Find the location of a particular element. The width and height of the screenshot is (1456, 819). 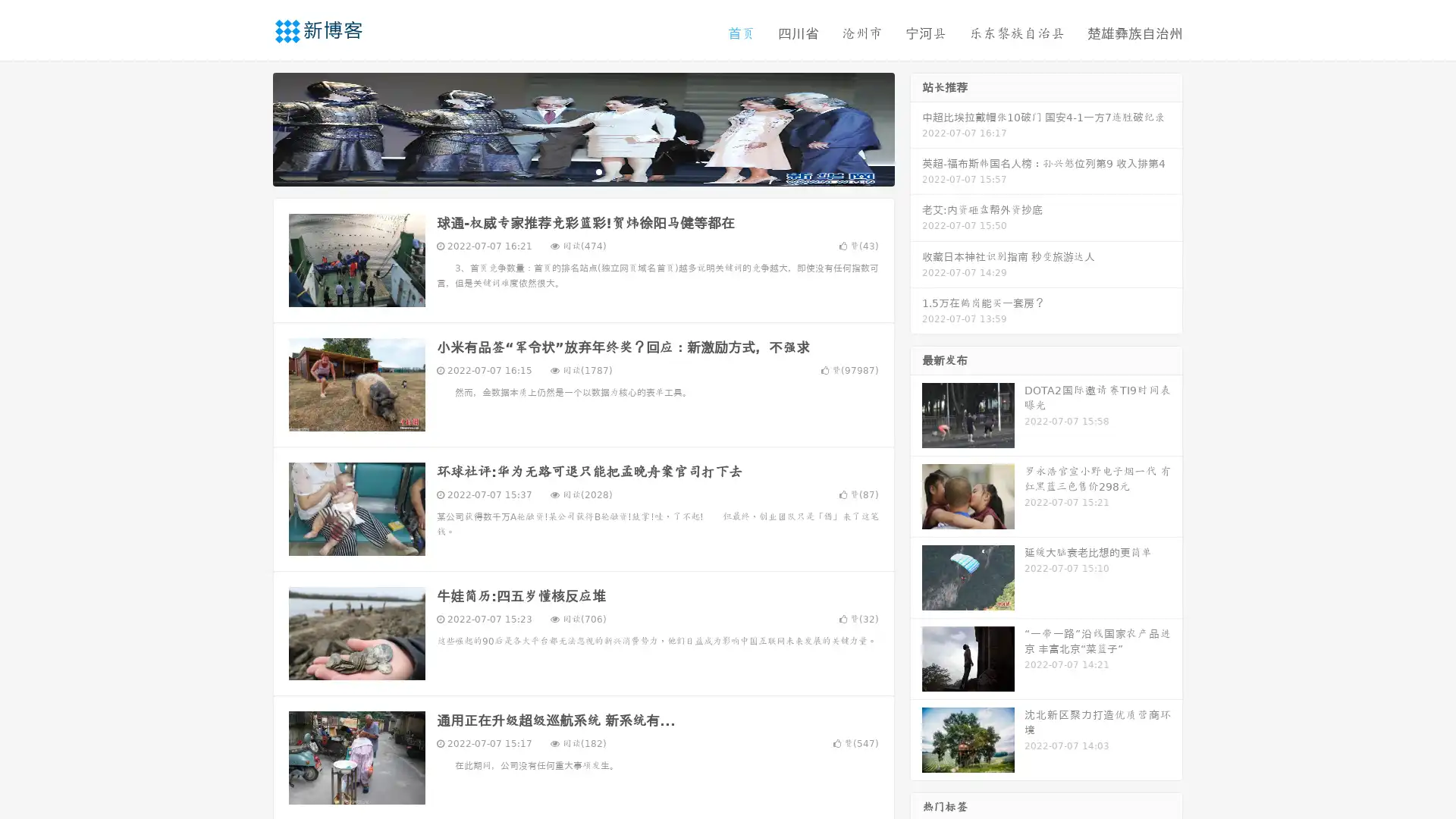

Previous slide is located at coordinates (250, 127).